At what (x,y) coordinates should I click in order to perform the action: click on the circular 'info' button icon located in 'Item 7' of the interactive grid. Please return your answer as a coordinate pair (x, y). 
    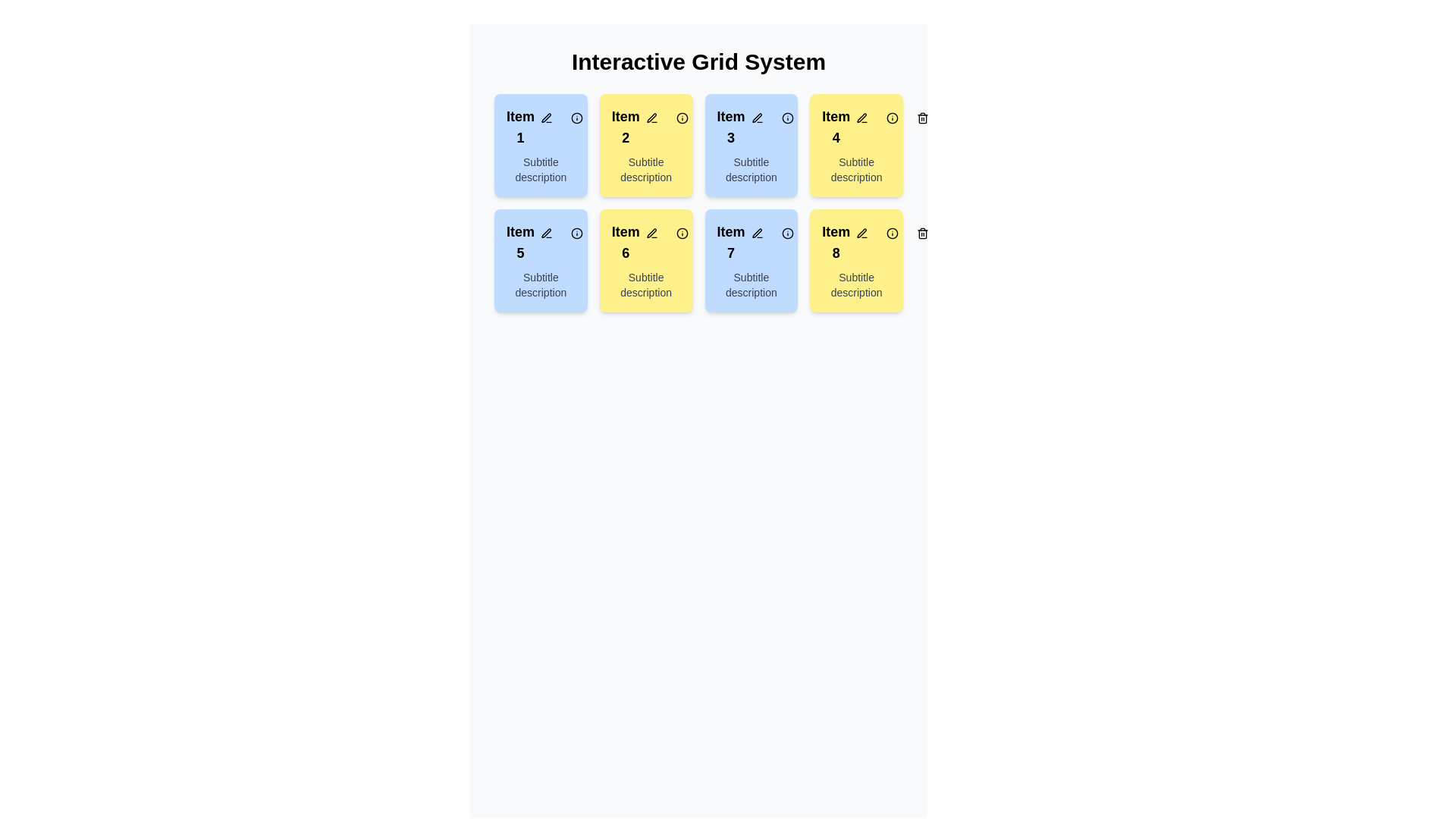
    Looking at the image, I should click on (787, 234).